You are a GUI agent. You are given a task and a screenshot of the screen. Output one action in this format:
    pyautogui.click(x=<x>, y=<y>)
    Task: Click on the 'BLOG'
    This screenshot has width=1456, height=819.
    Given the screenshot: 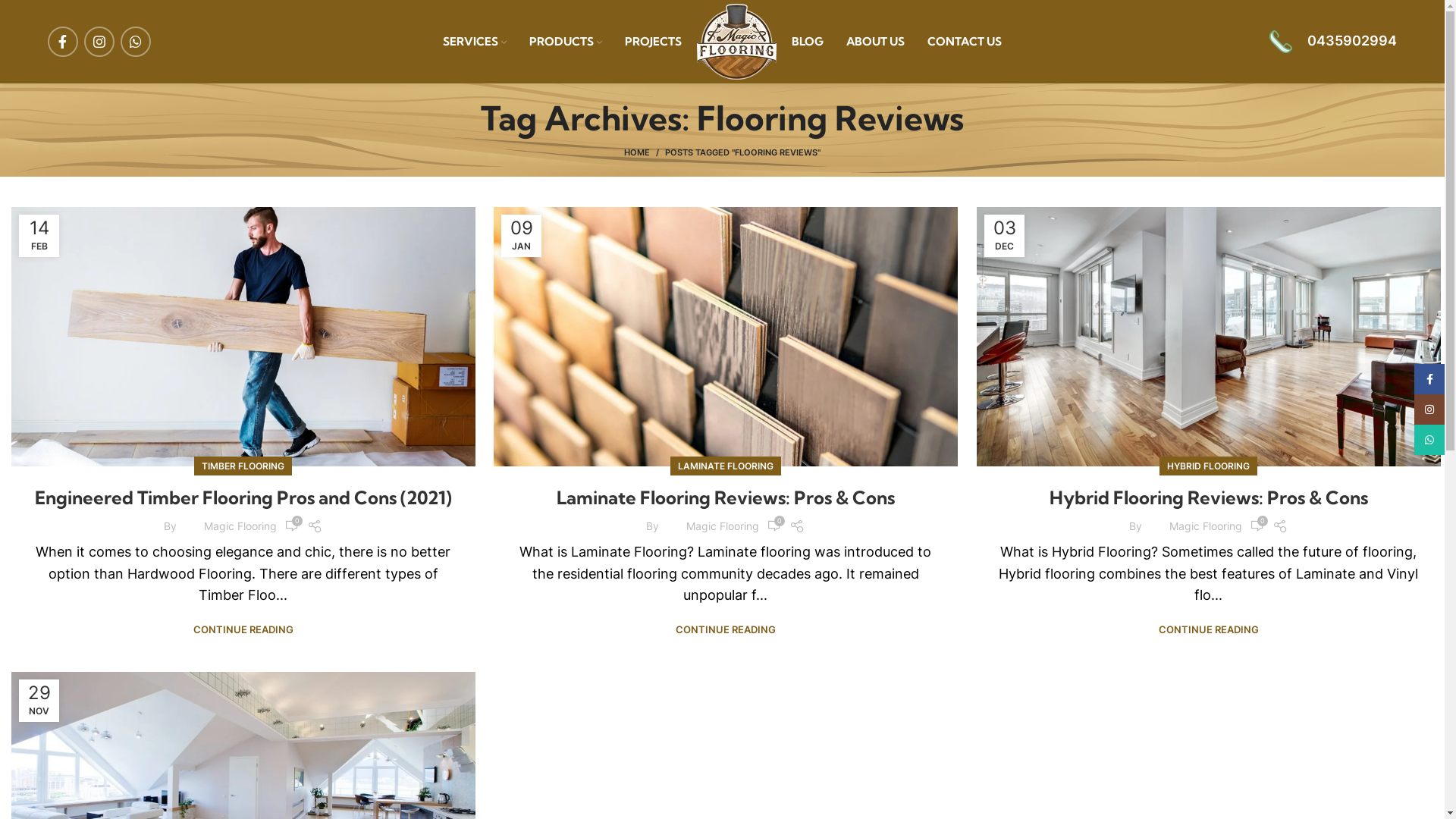 What is the action you would take?
    pyautogui.click(x=807, y=40)
    